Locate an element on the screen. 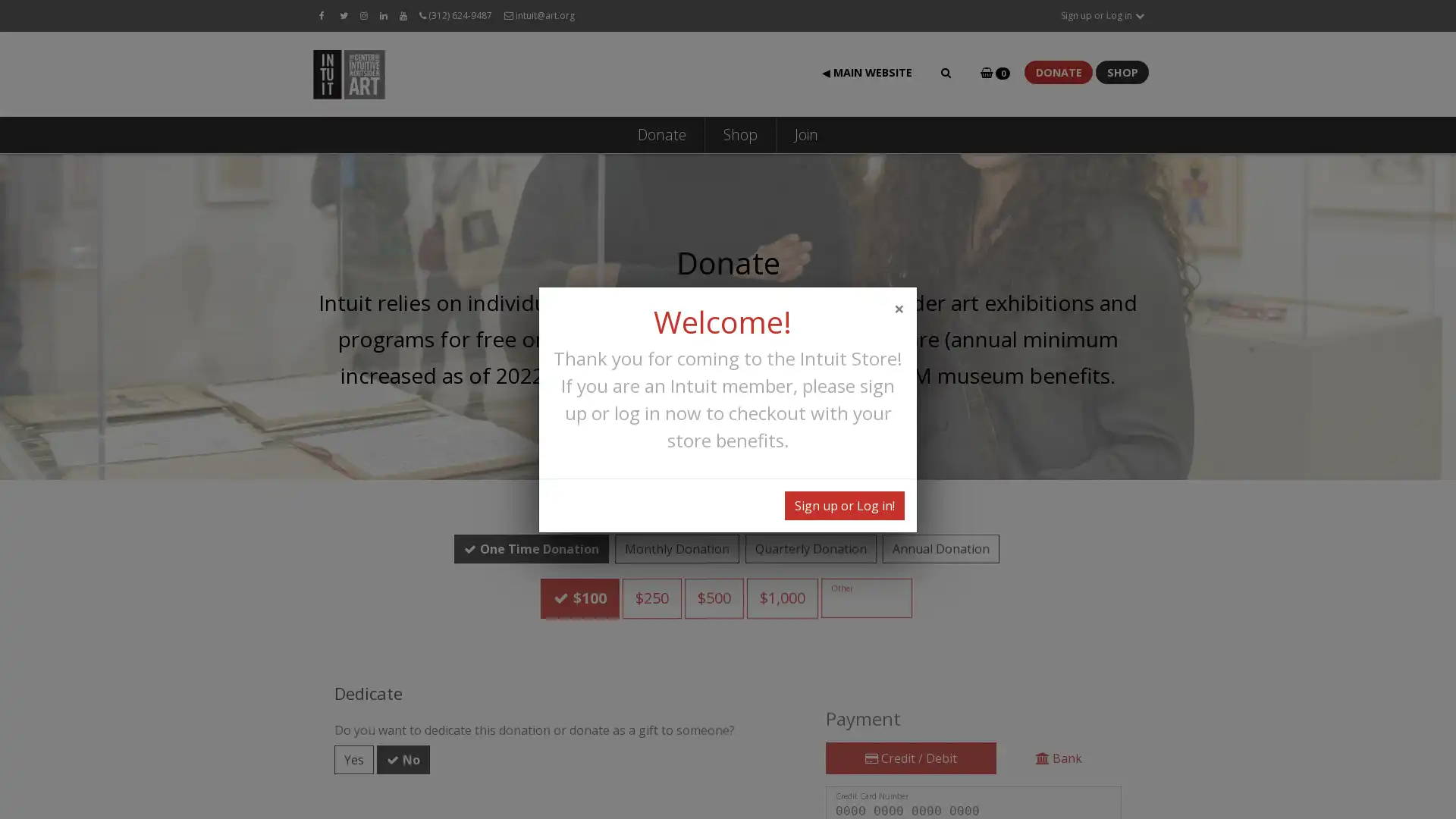 This screenshot has width=1456, height=819. Credit / Debit is located at coordinates (910, 705).